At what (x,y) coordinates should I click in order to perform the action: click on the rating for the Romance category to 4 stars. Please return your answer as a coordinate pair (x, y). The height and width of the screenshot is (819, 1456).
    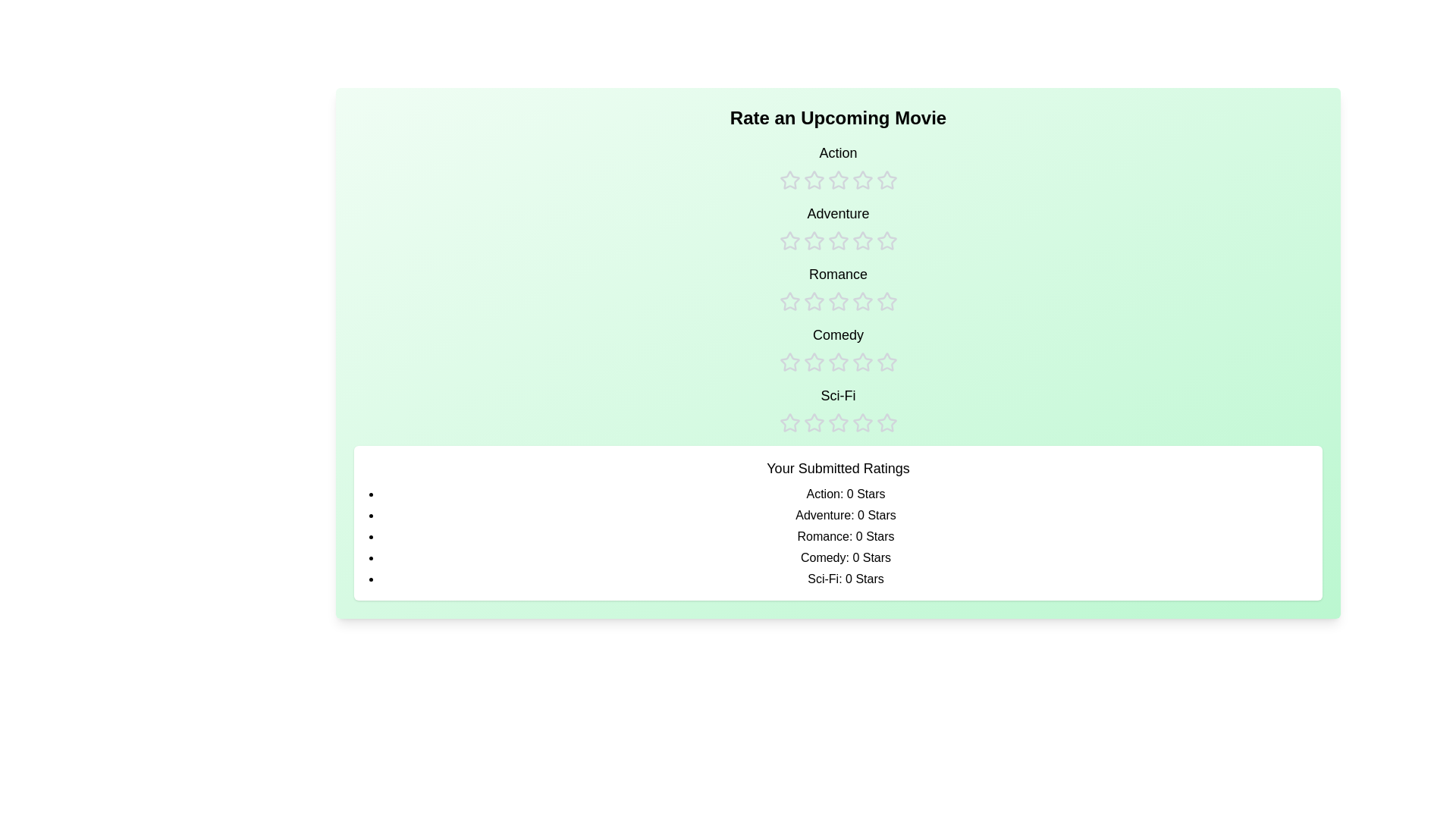
    Looking at the image, I should click on (862, 288).